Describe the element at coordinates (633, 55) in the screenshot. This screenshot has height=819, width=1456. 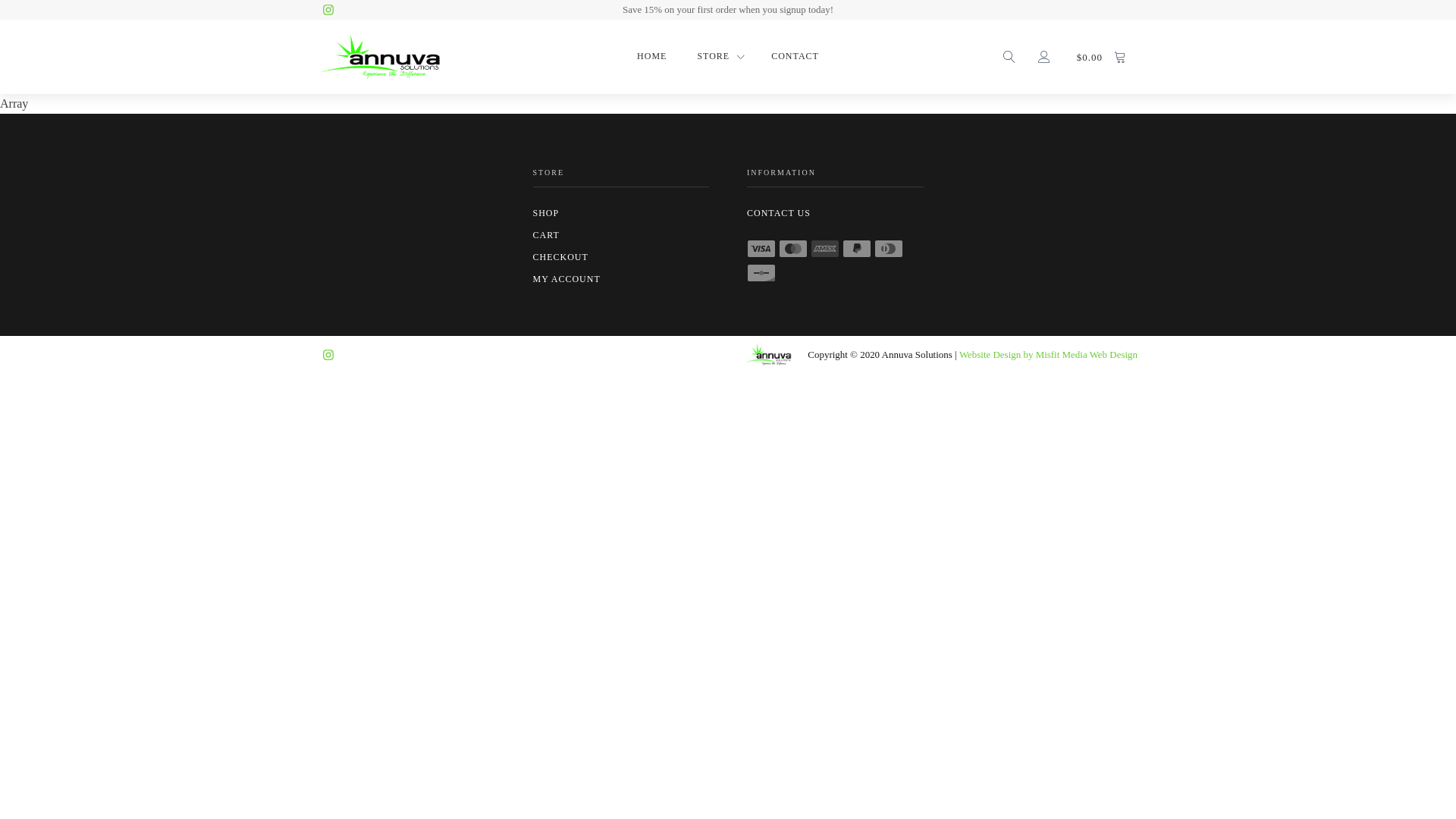
I see `'HOME'` at that location.